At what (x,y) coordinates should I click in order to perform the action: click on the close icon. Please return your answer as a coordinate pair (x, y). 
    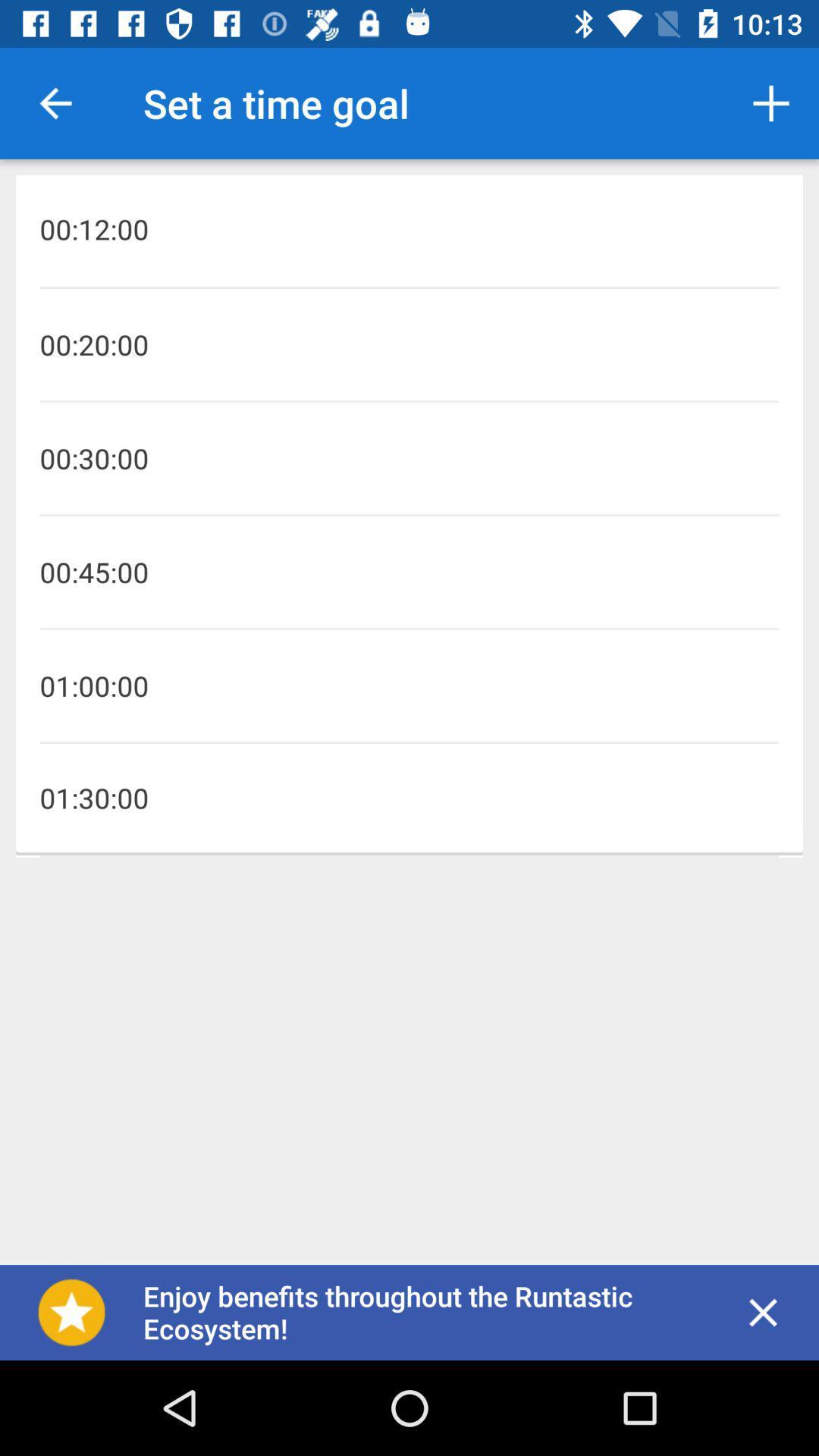
    Looking at the image, I should click on (763, 1312).